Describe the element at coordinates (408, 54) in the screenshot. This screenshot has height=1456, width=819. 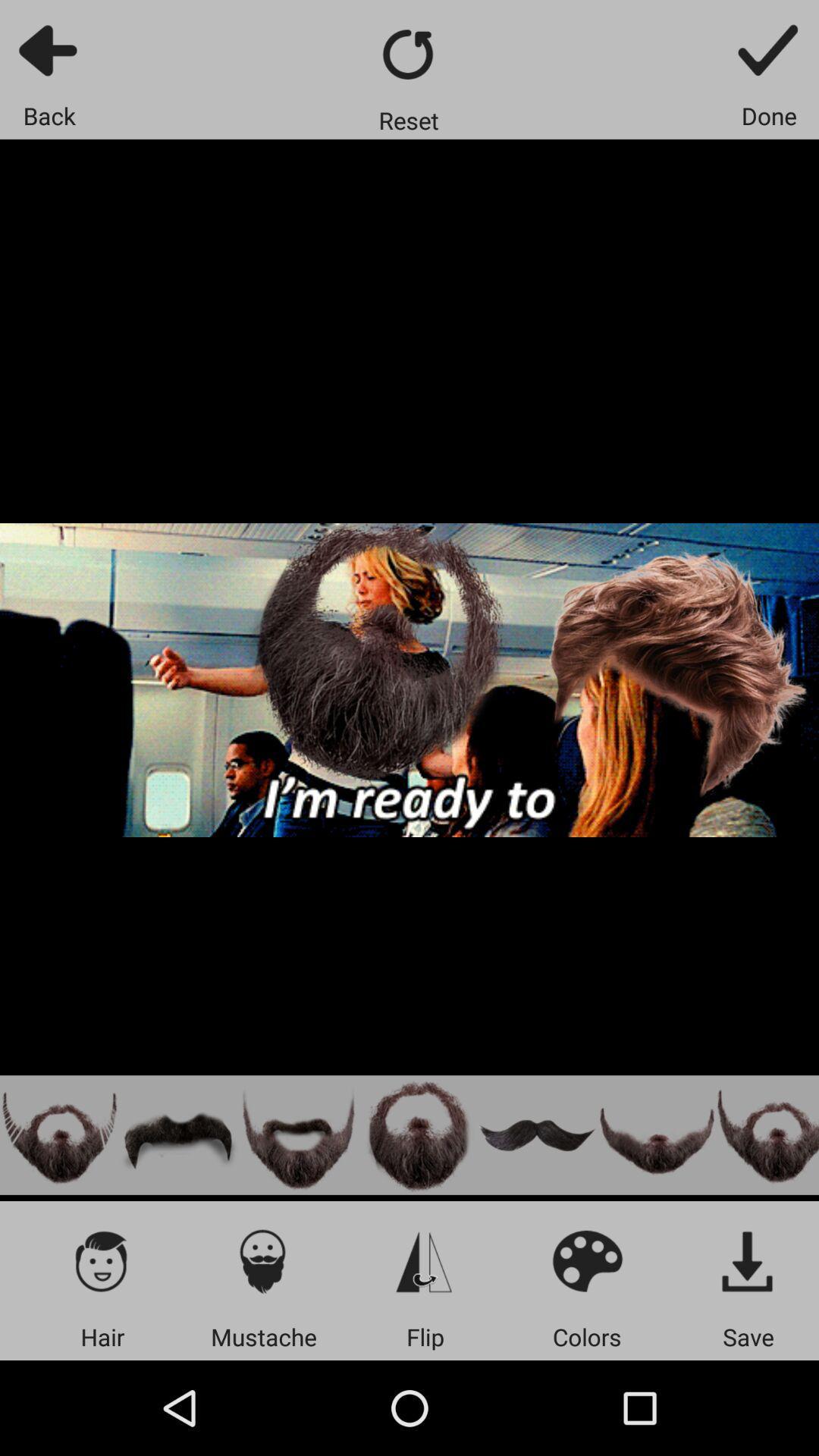
I see `the refresh icon` at that location.